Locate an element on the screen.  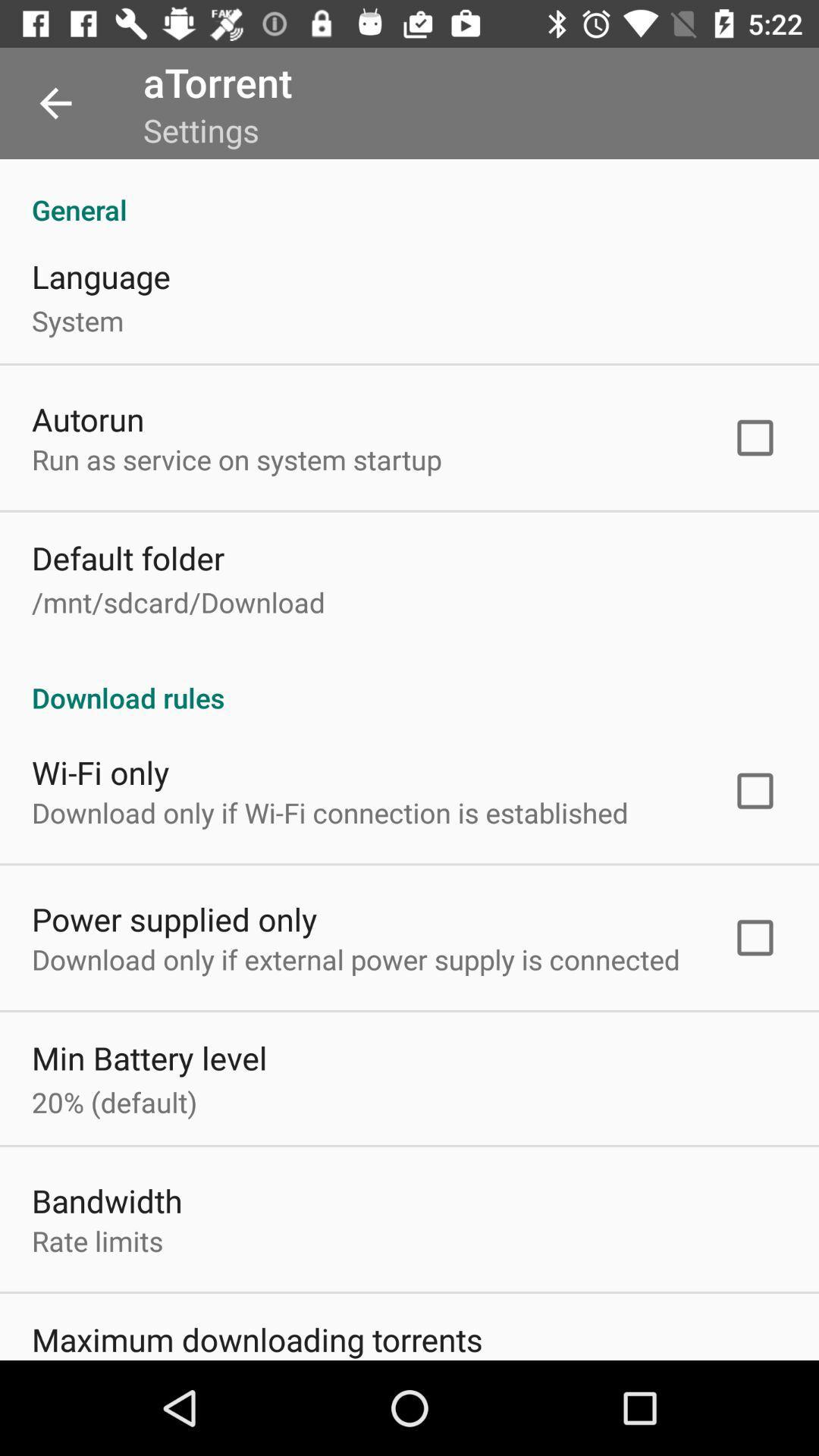
the min battery level item is located at coordinates (149, 1057).